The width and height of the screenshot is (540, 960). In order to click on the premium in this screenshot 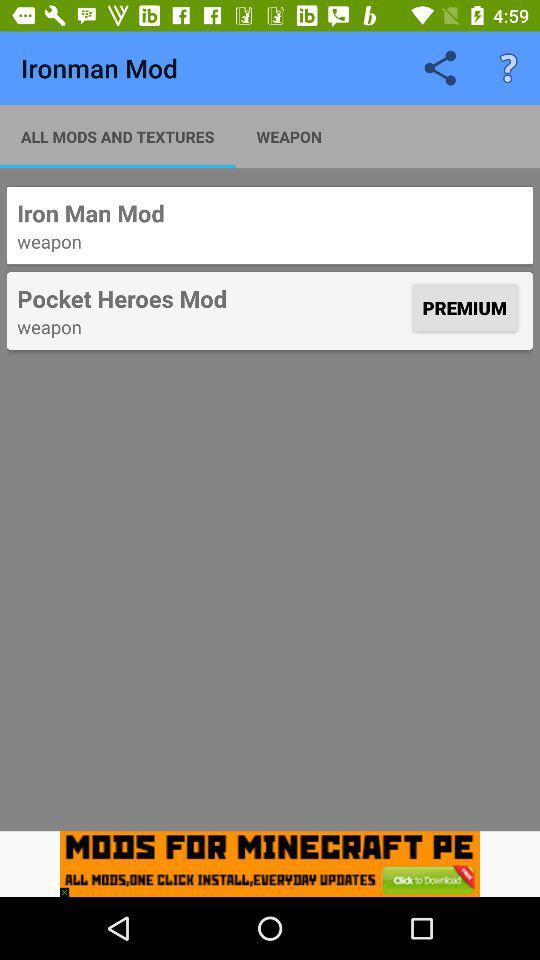, I will do `click(464, 307)`.